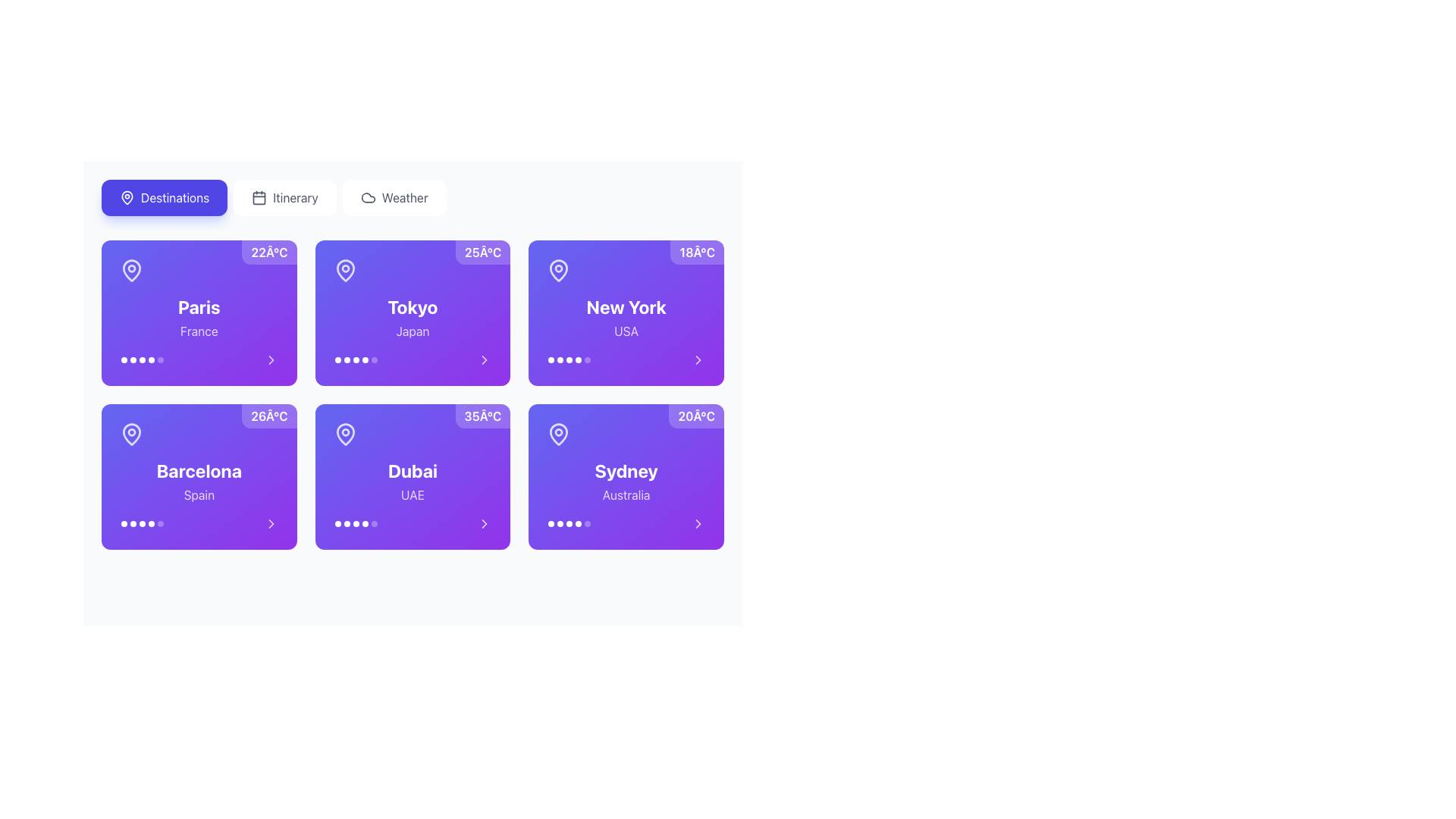  Describe the element at coordinates (696, 251) in the screenshot. I see `the text label displaying '18Â°C' in white font and bold style, located at the top-right corner of the 'New York, USA' card` at that location.